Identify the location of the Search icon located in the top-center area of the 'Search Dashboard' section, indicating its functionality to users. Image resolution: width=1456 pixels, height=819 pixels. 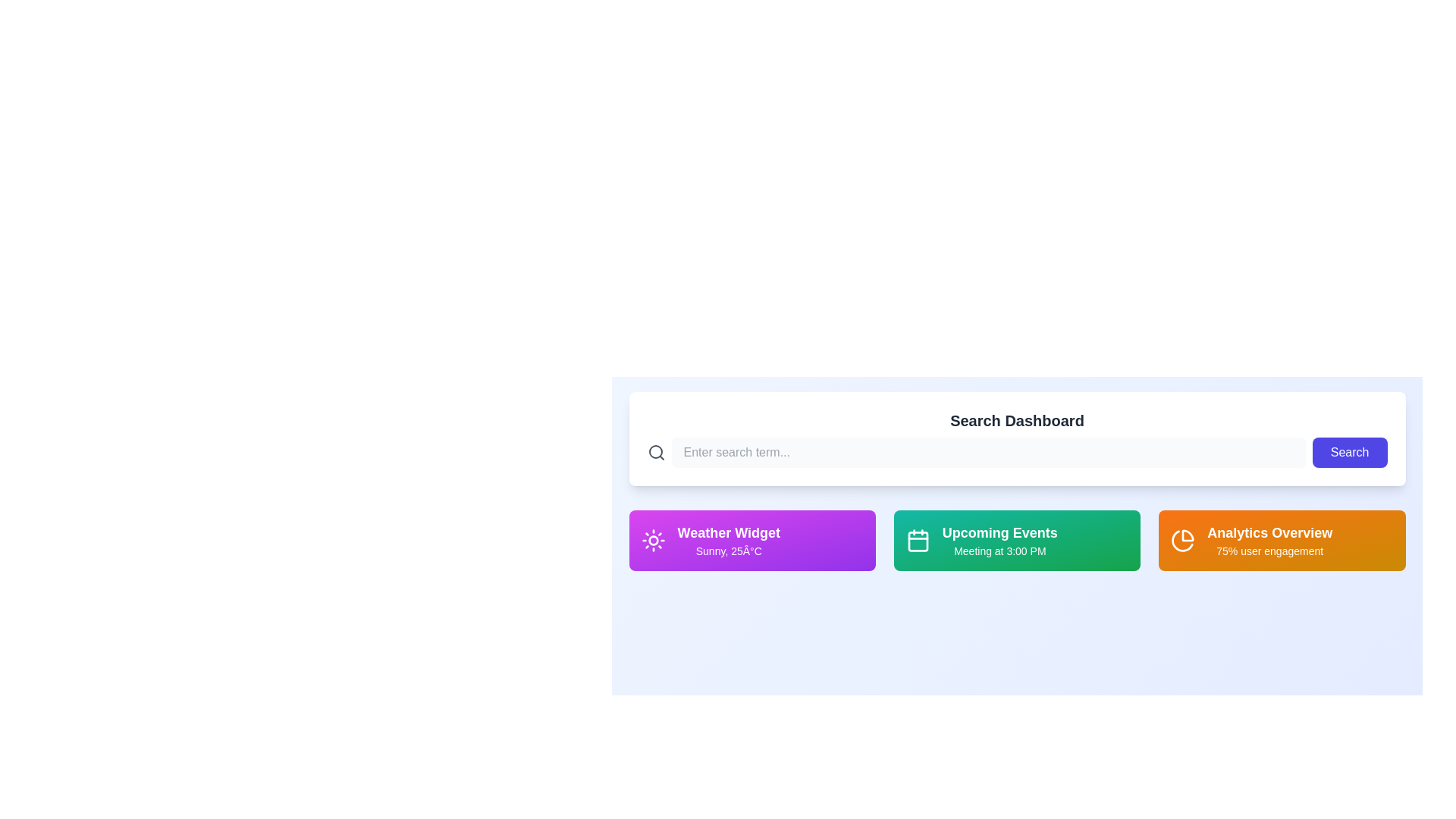
(655, 451).